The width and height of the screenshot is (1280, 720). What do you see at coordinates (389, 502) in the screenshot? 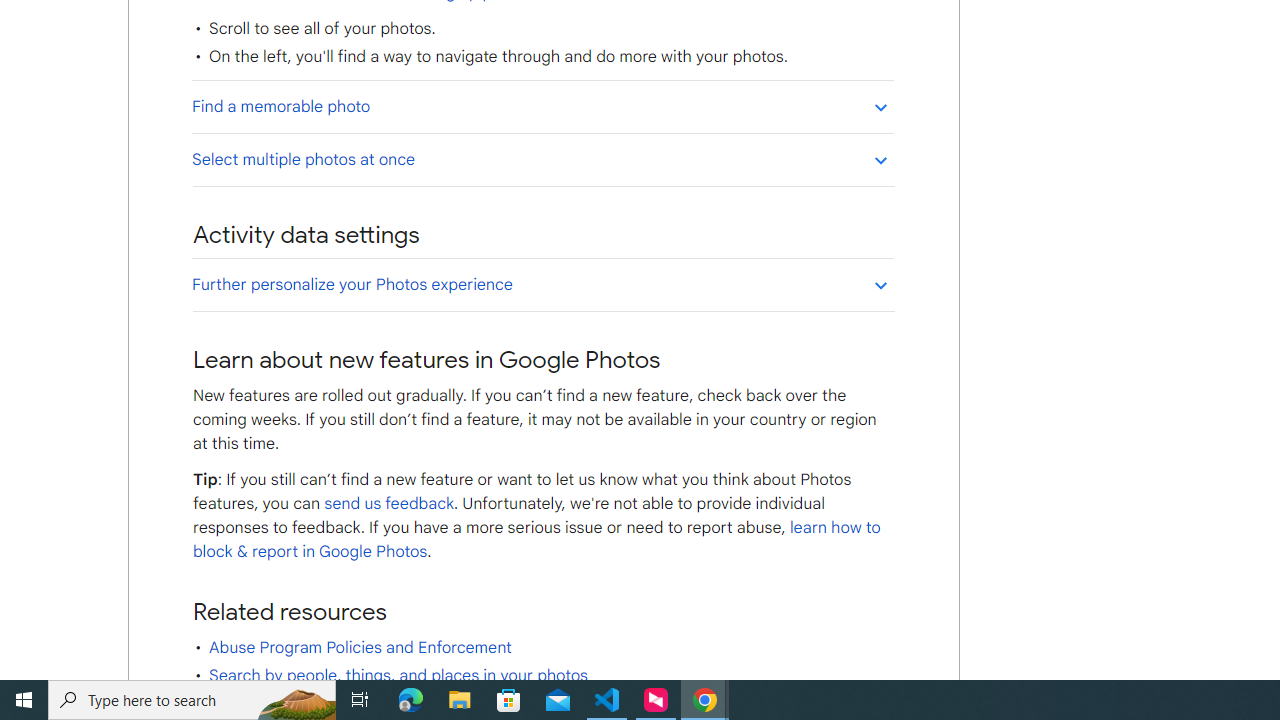
I see `'send us feedback'` at bounding box center [389, 502].